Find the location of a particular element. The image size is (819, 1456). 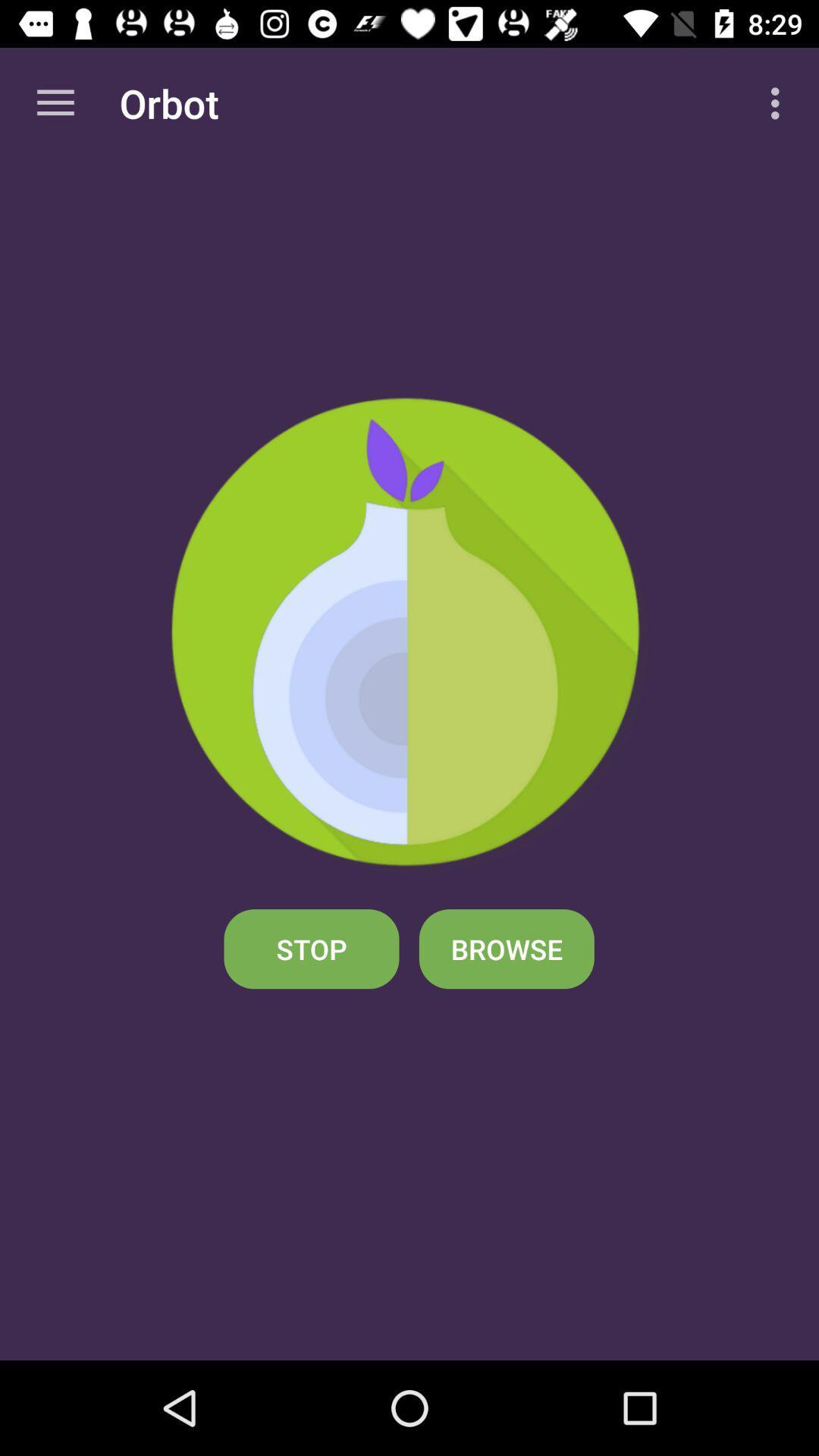

the item next to the browse is located at coordinates (311, 948).